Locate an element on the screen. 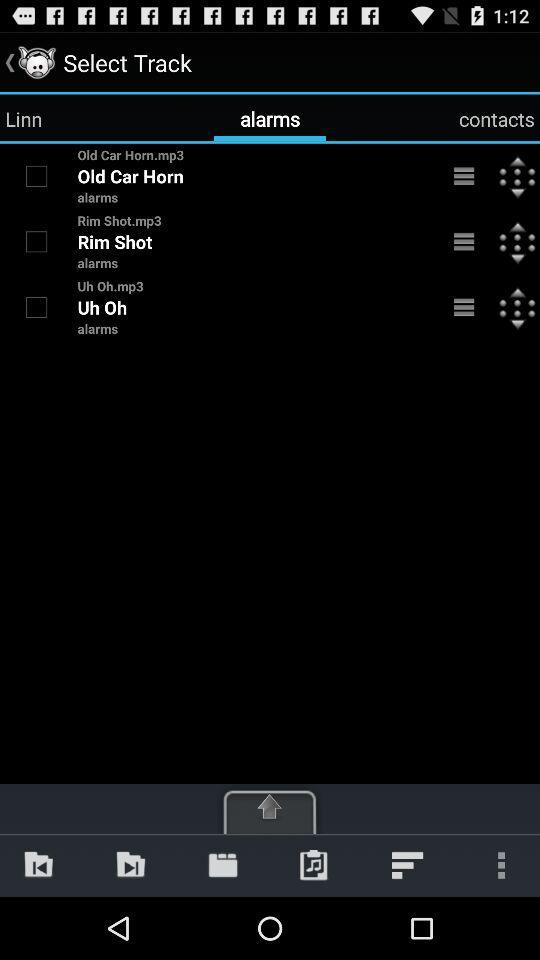 This screenshot has height=960, width=540. item is located at coordinates (36, 175).